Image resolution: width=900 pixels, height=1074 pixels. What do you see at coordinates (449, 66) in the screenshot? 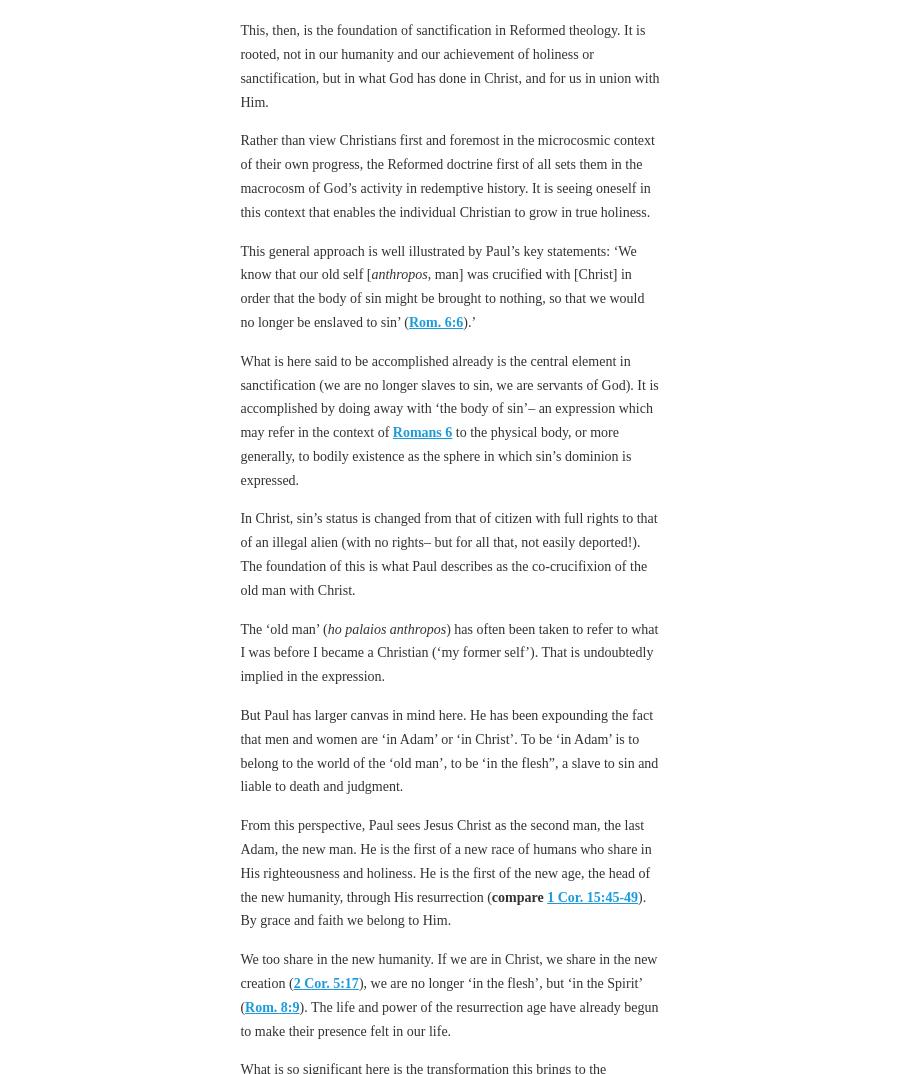
I see `'This, then, is the foundation of sanctification in Reformed theology. It is rooted, not in our humanity and our achievement of holiness or sanctification, but in what God has done in Christ, and for us in union with Him.'` at bounding box center [449, 66].